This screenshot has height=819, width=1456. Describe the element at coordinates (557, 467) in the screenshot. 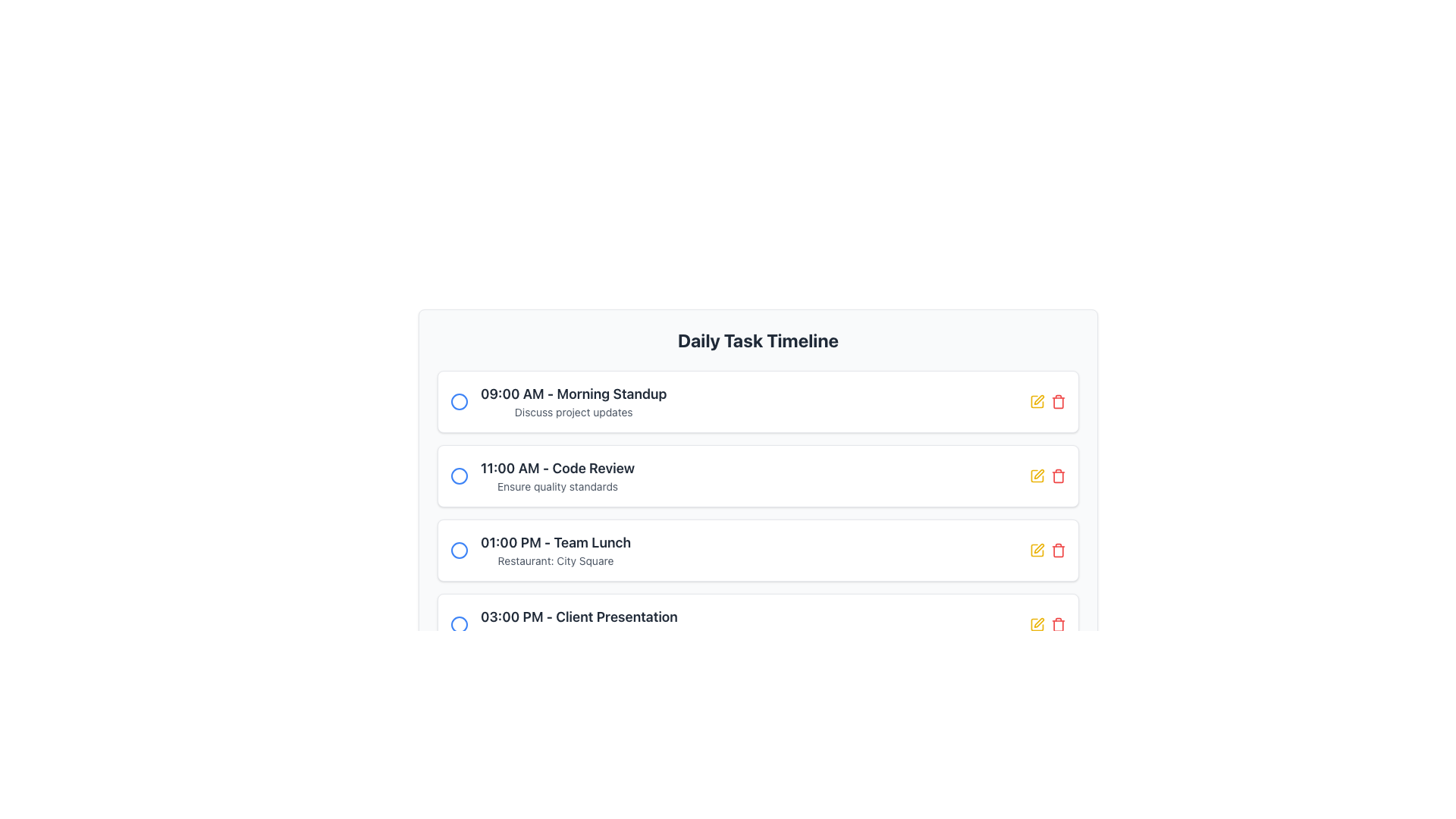

I see `text item that displays '11:00 AM - Code Review,' which is bold and larger than surrounding text, located in the second row of the timeline above 'Ensure quality standards.'` at that location.